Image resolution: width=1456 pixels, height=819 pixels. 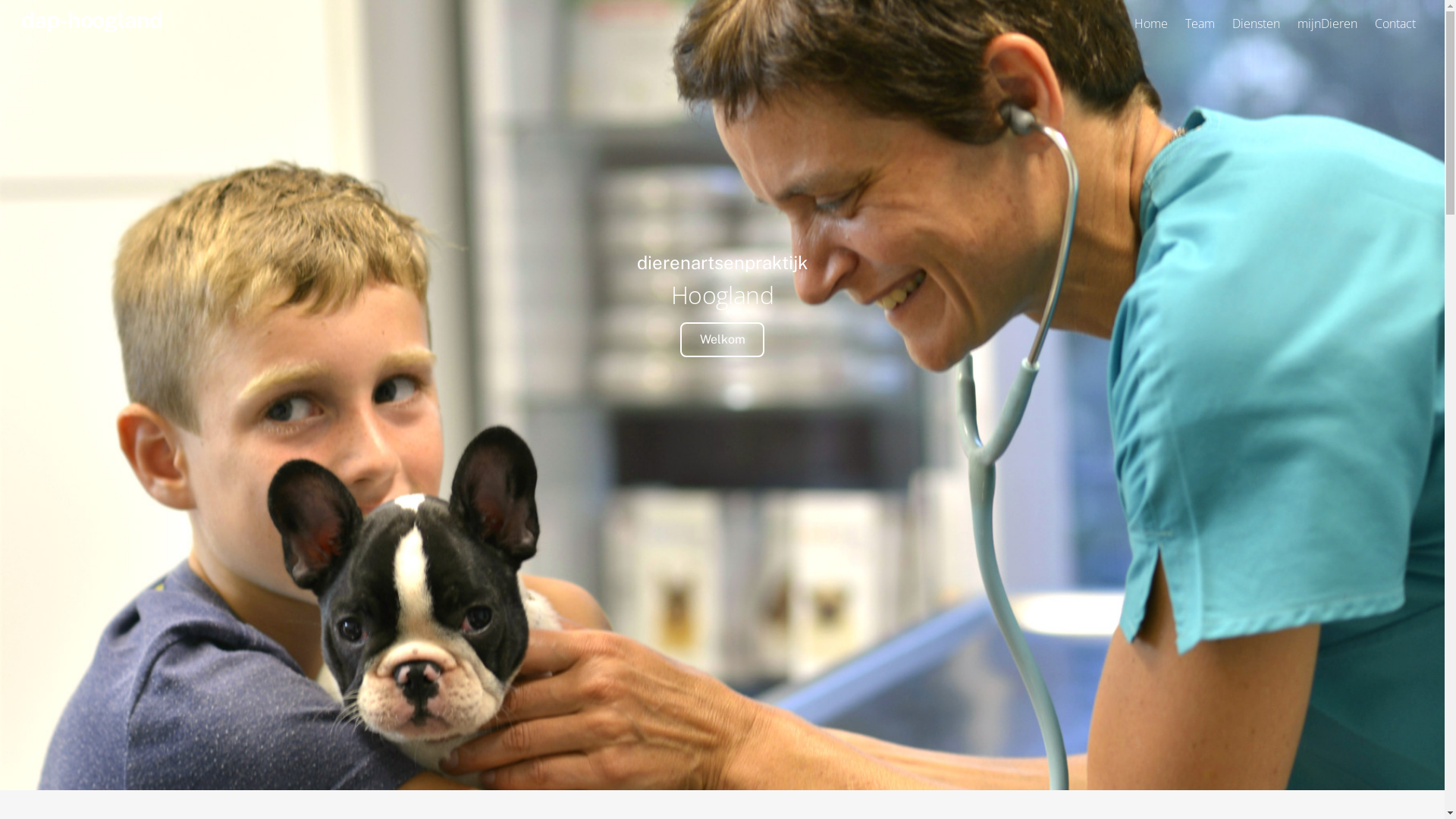 I want to click on 'Diensten', so click(x=1256, y=23).